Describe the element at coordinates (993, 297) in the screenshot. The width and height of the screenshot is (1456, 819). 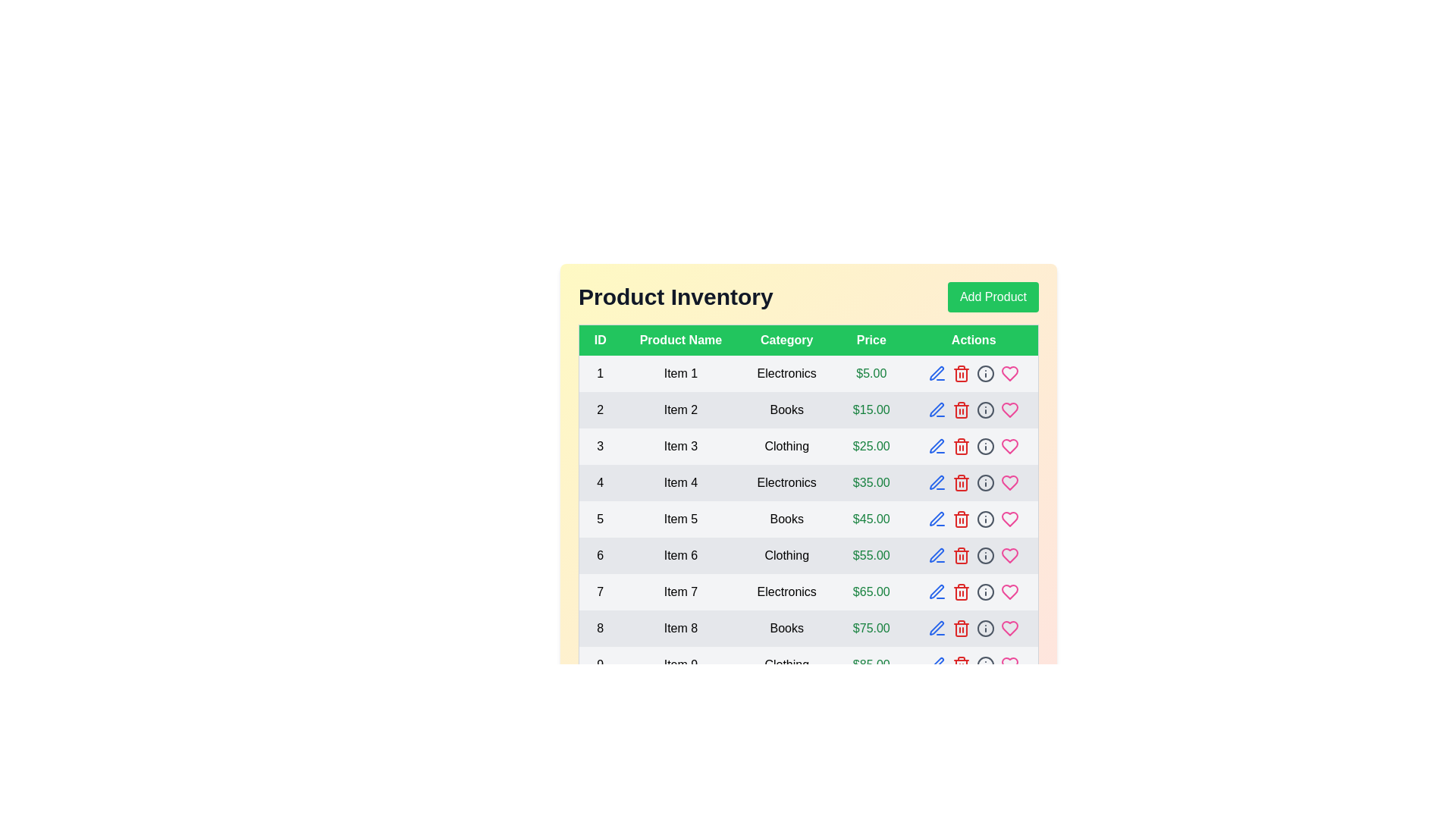
I see `the 'Add Product' button to add a new product to the table` at that location.